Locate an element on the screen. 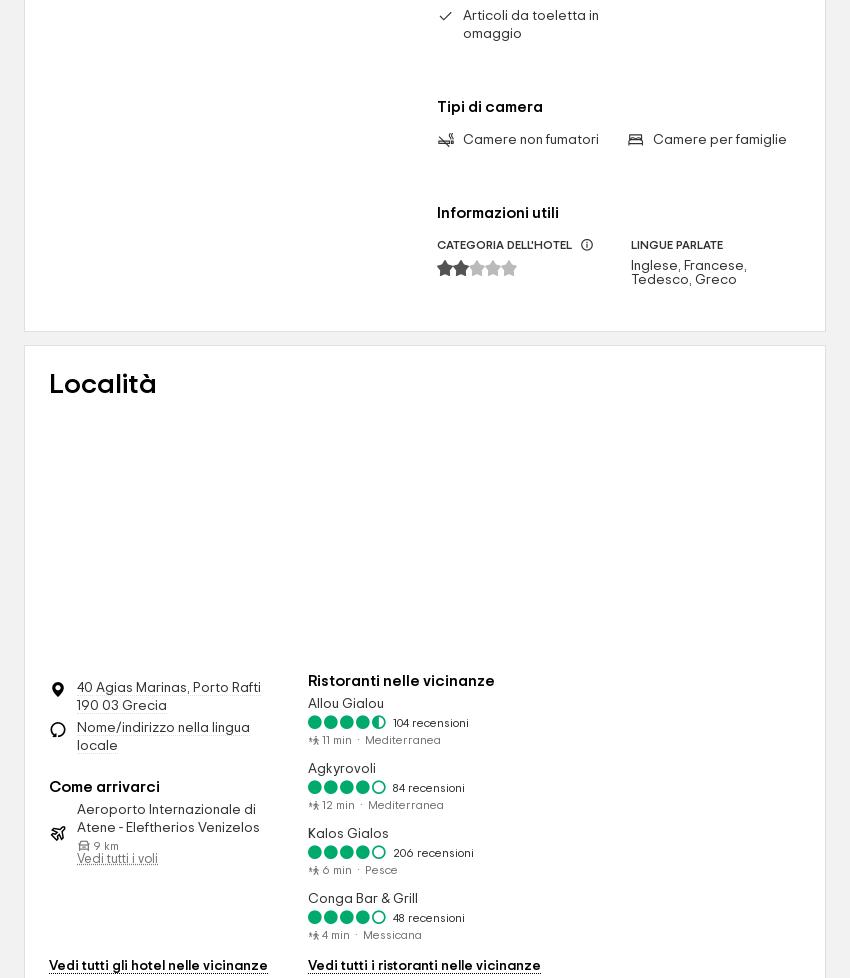  '9' is located at coordinates (95, 844).